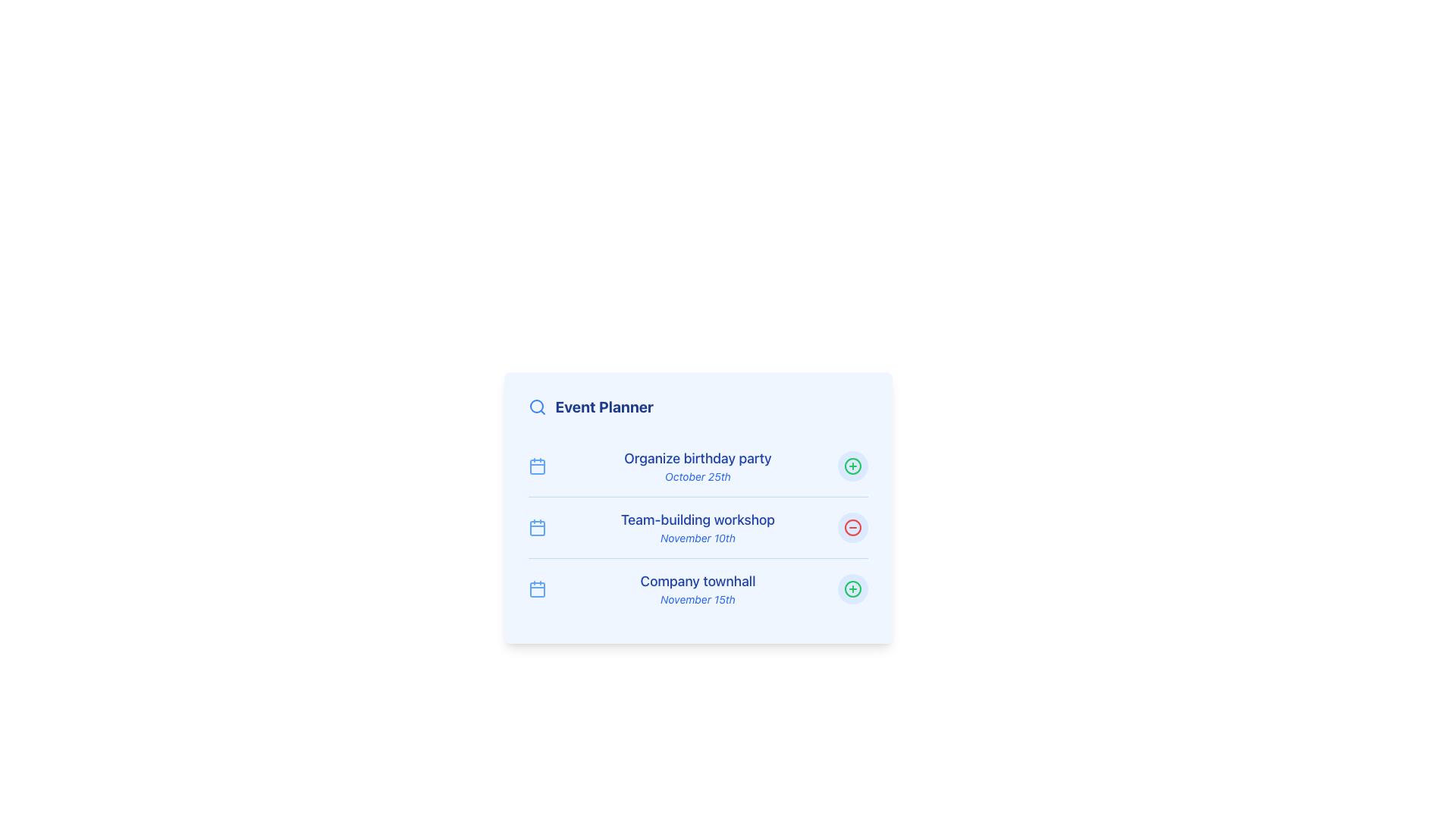 This screenshot has width=1456, height=819. What do you see at coordinates (852, 588) in the screenshot?
I see `the button that allows users` at bounding box center [852, 588].